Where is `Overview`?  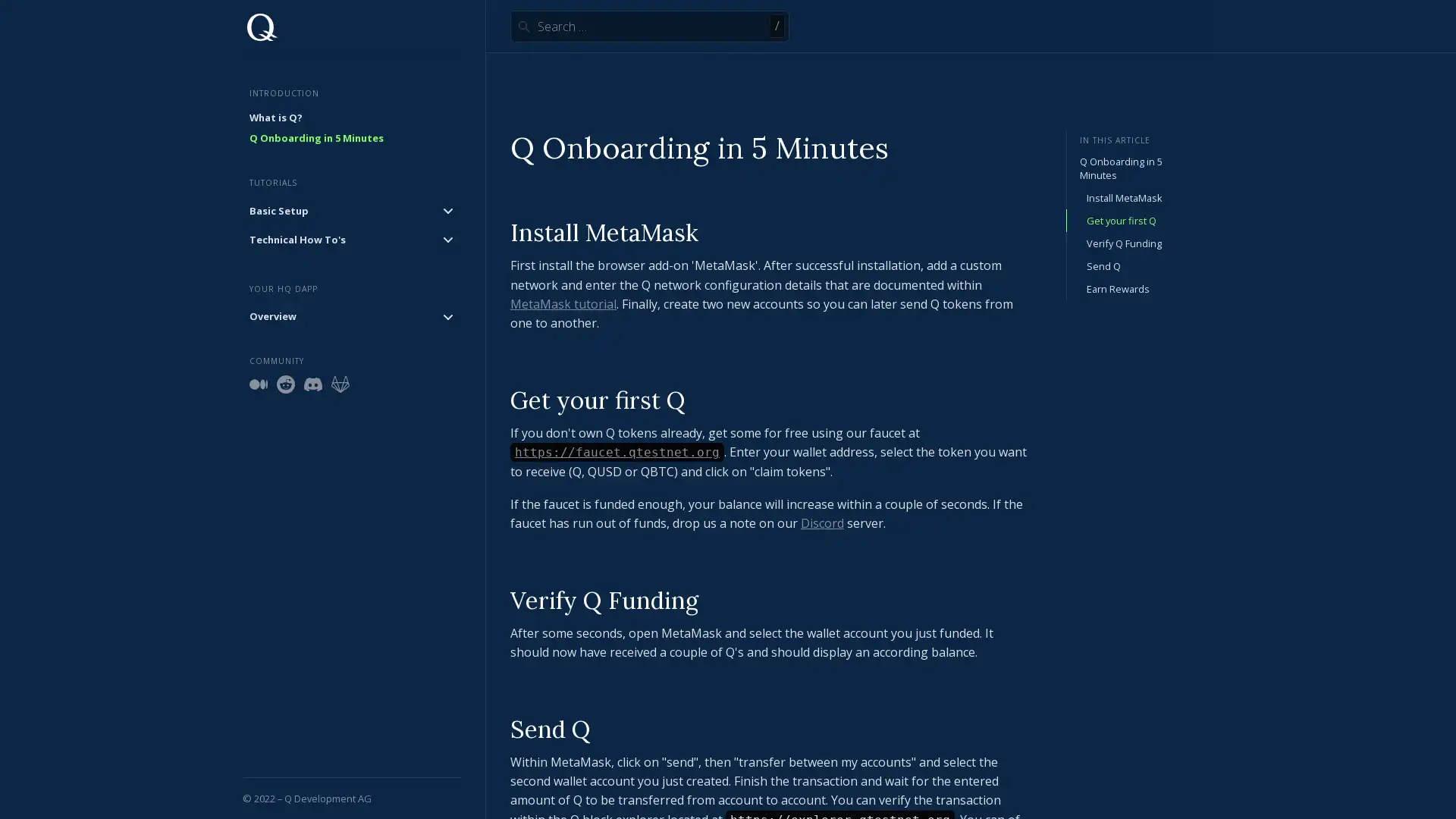 Overview is located at coordinates (351, 315).